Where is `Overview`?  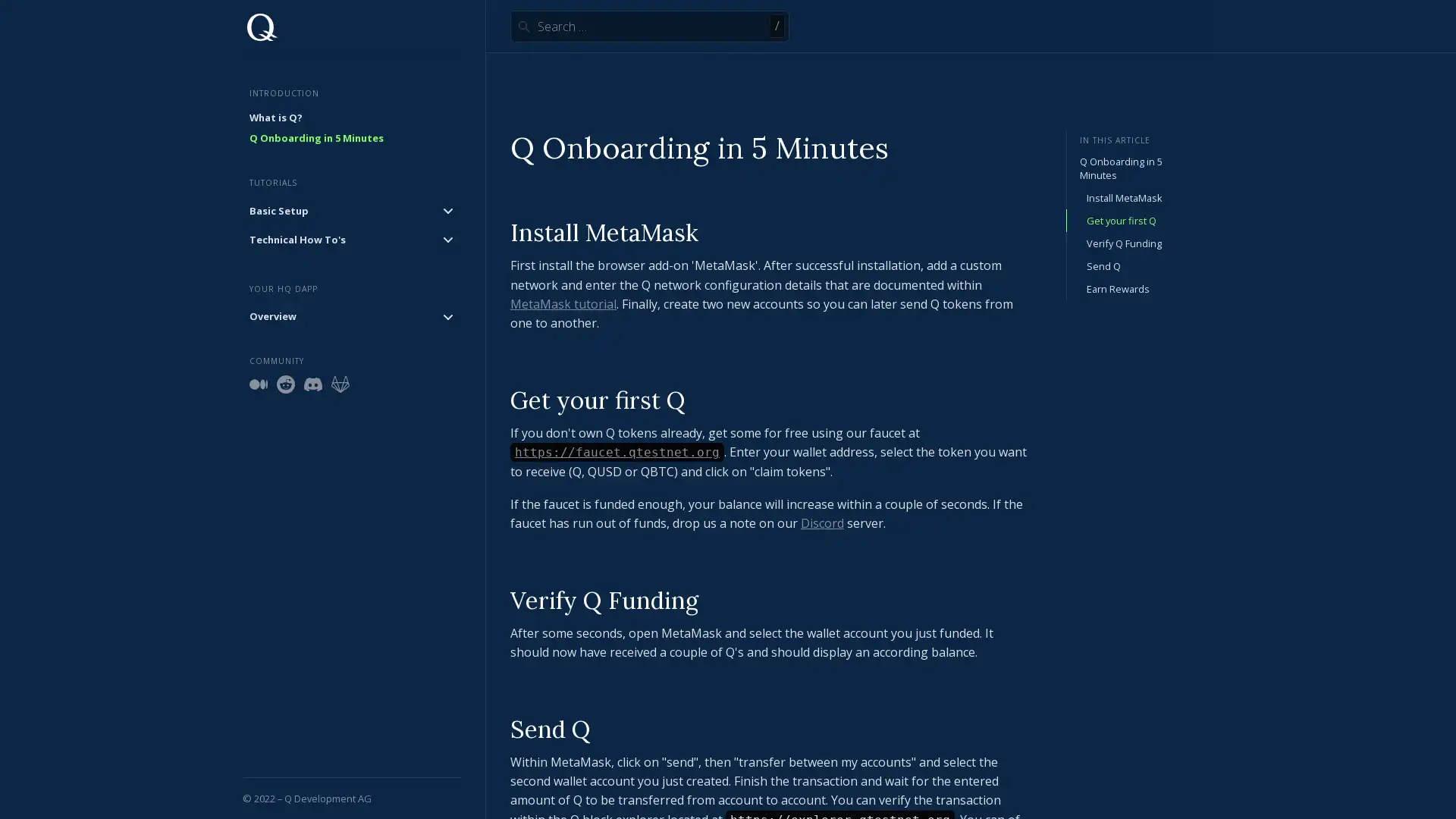 Overview is located at coordinates (351, 315).